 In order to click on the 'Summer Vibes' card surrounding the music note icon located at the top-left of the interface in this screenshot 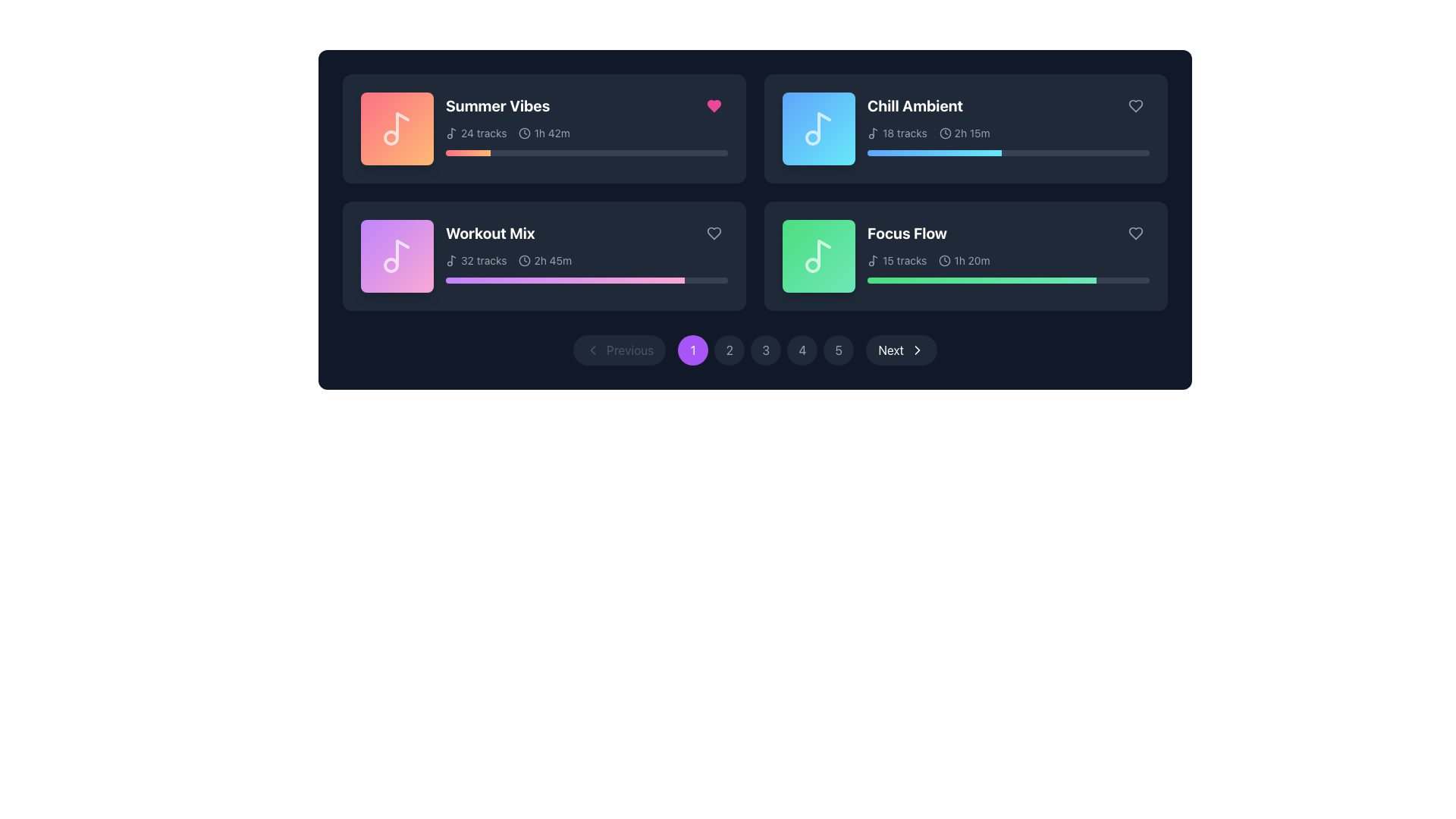, I will do `click(403, 124)`.